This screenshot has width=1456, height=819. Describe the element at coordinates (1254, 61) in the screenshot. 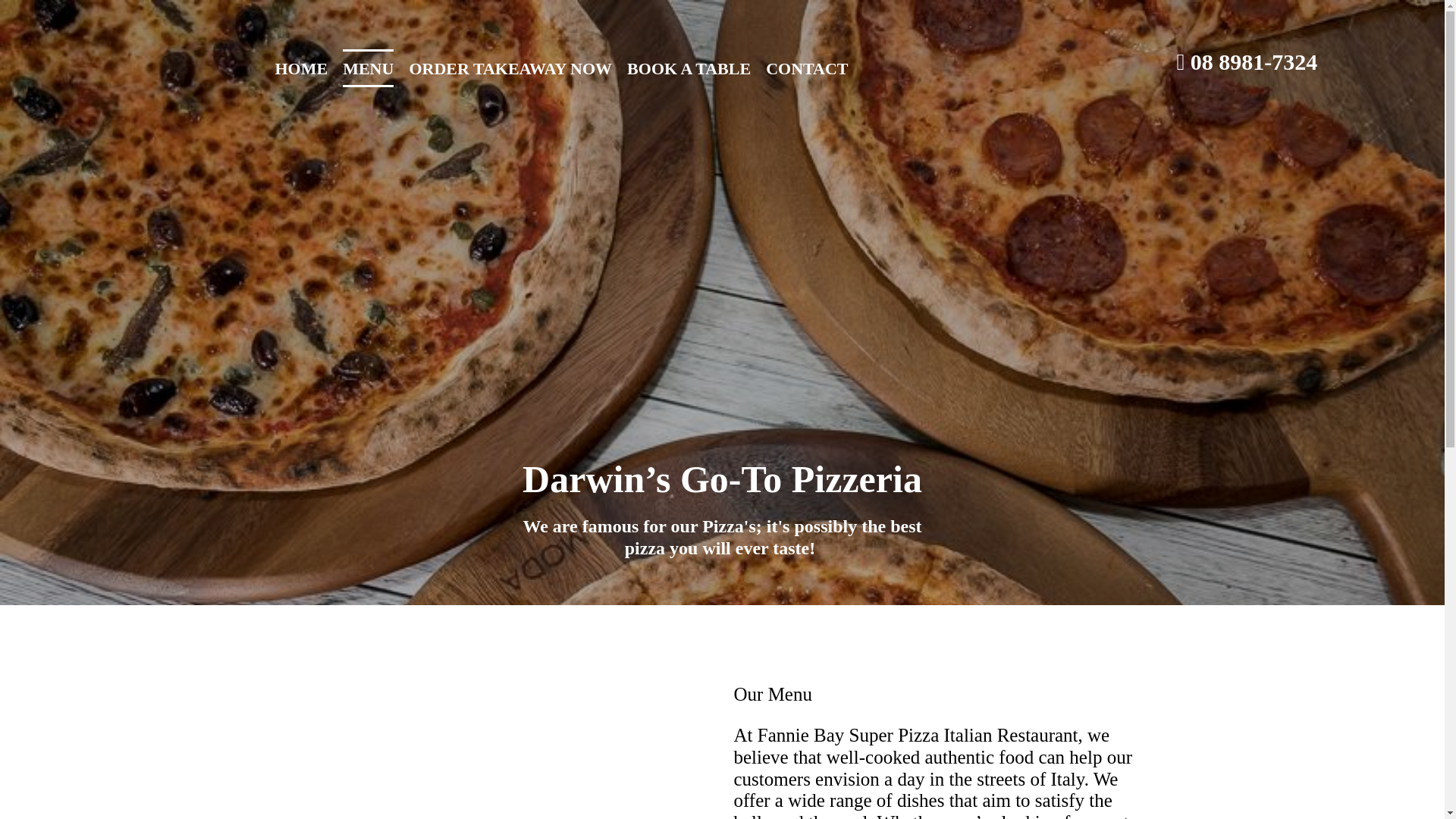

I see `'08 8981-7324'` at that location.